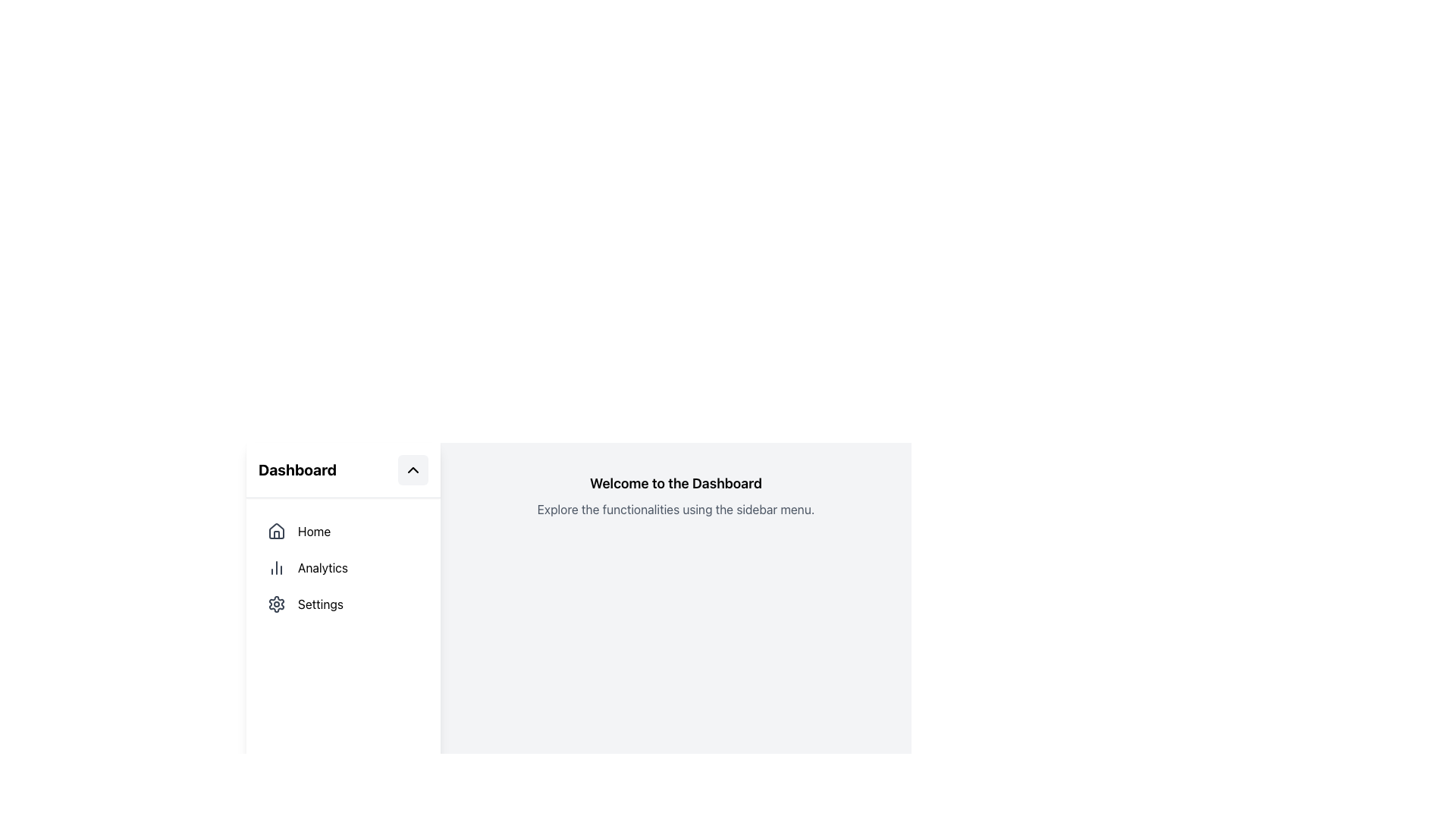 This screenshot has width=1456, height=819. I want to click on the toggle button for collapsing or expanding a section, located to the right of the 'Dashboard' text in the header, so click(413, 469).